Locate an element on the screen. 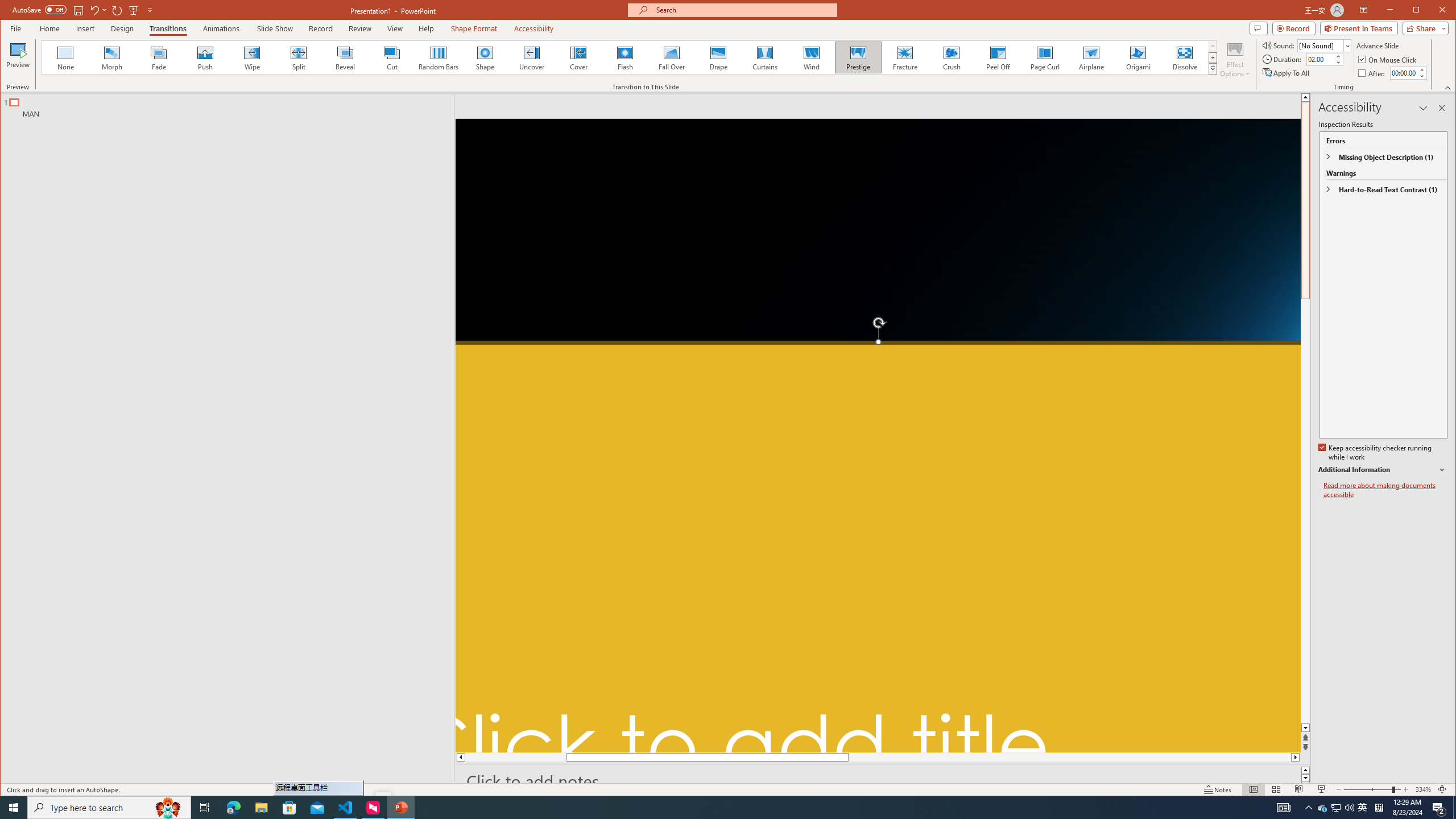  'Q2790: 100%' is located at coordinates (1349, 806).